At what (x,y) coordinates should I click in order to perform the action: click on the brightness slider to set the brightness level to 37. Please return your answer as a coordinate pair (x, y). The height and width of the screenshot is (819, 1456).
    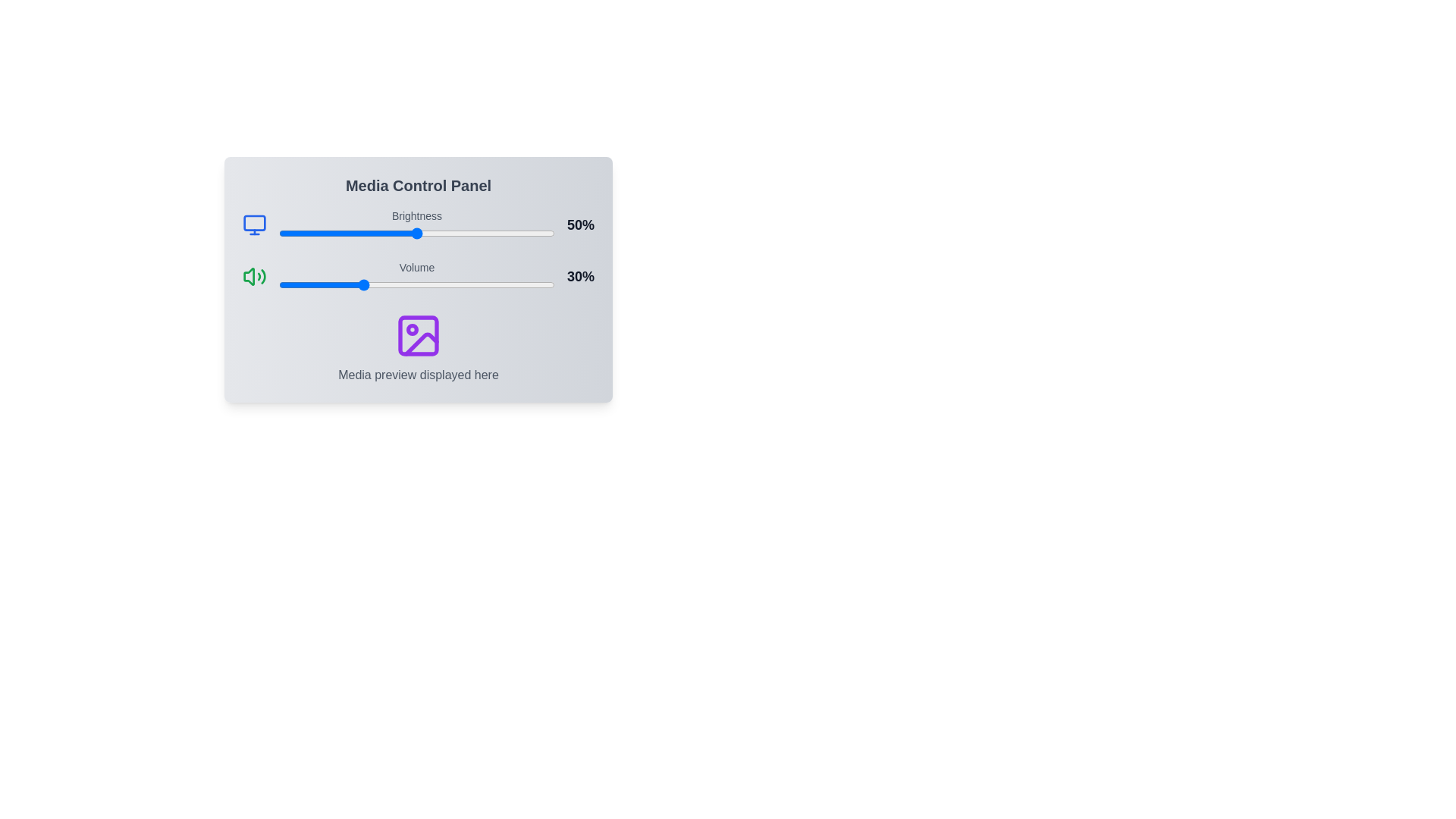
    Looking at the image, I should click on (381, 234).